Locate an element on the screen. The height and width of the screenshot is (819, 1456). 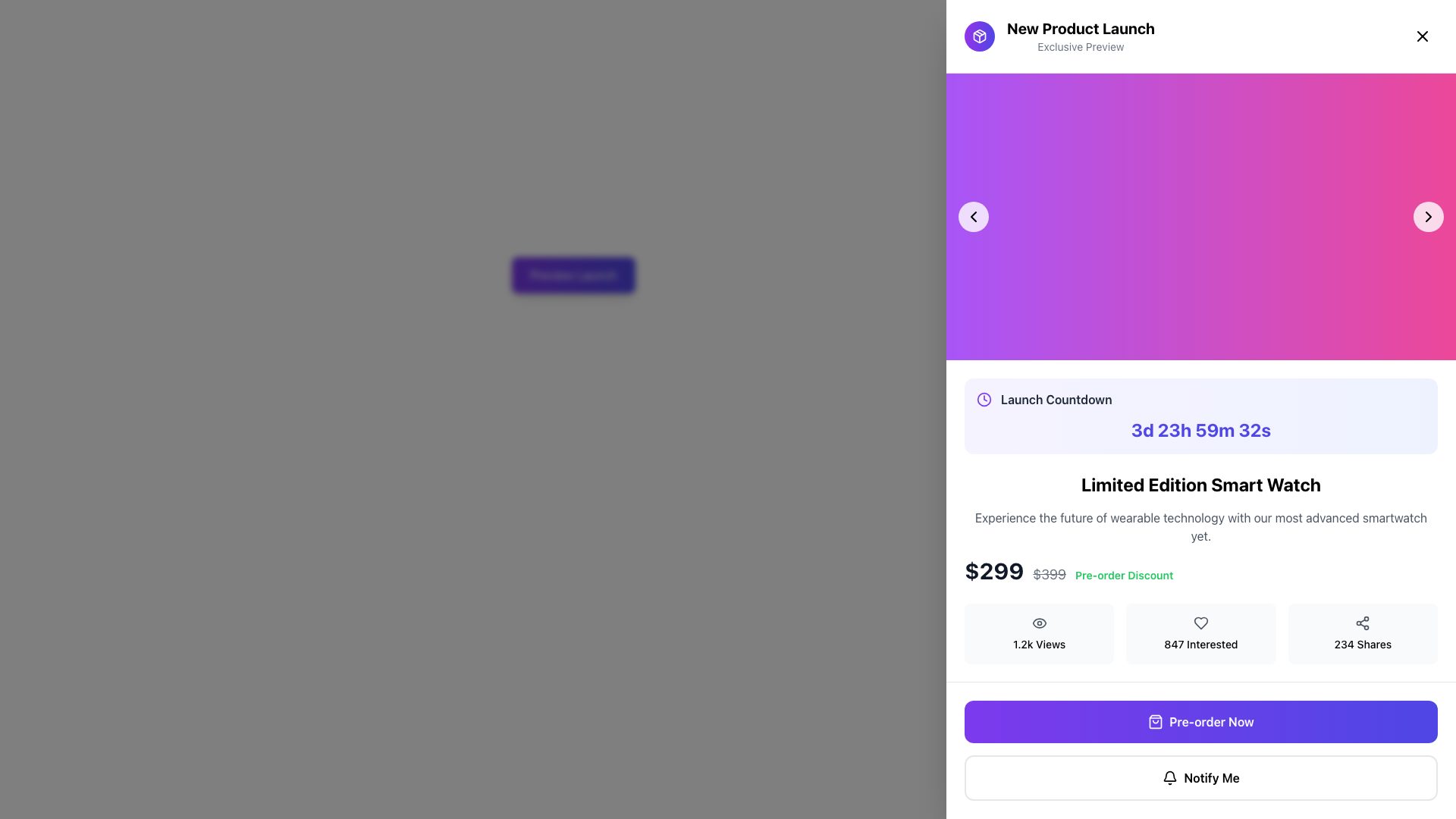
the close button styled as a circular icon with an 'X' symbol in the upper-right corner of the 'New Product Launch Exclusive Preview' header is located at coordinates (1422, 35).